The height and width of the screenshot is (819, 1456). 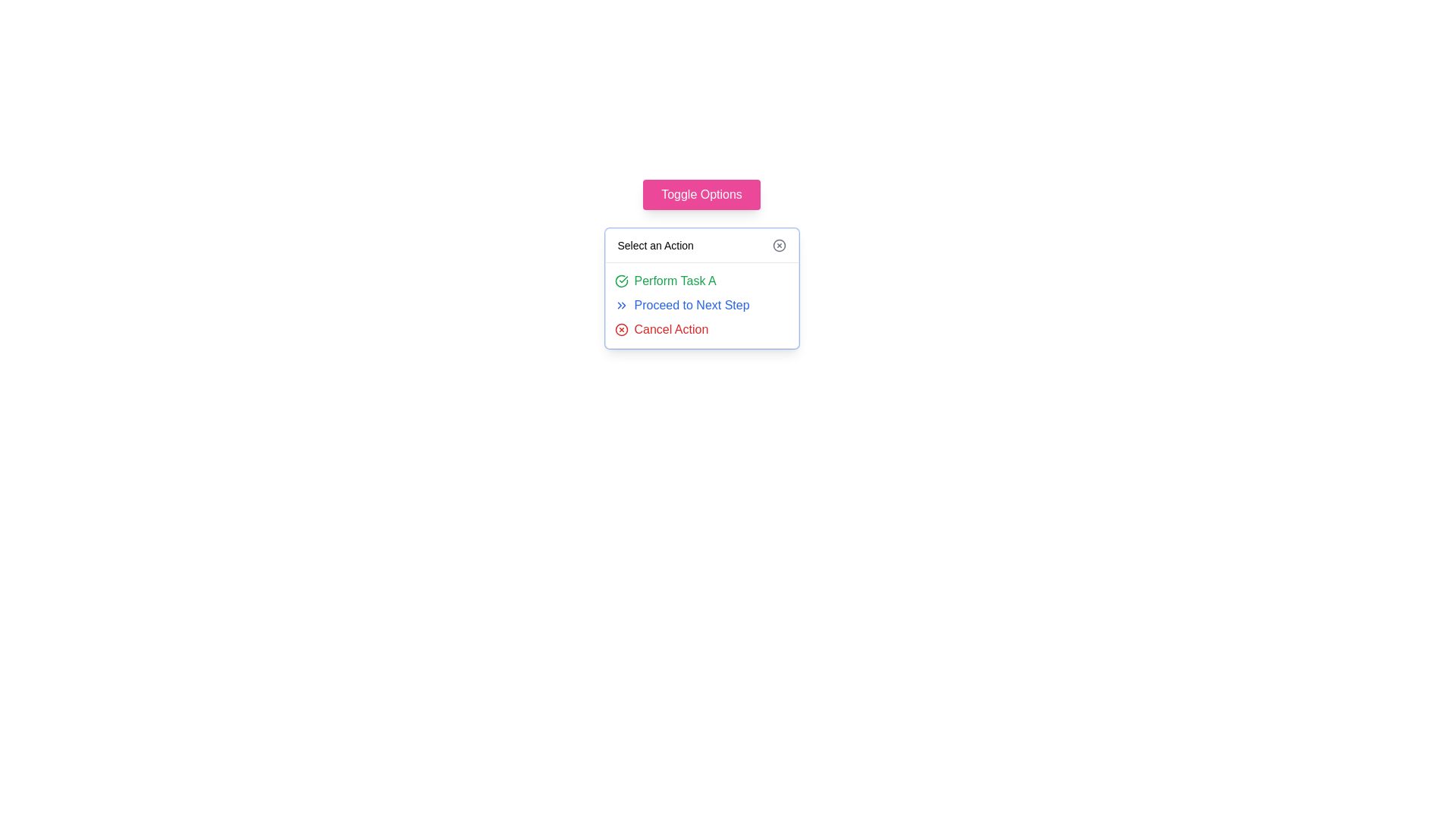 I want to click on the icon that serves as an indicator or navigational aid located to the left of the 'Proceed to Next Step' text in the dropdown menu below the 'Toggle Options' button, so click(x=621, y=305).